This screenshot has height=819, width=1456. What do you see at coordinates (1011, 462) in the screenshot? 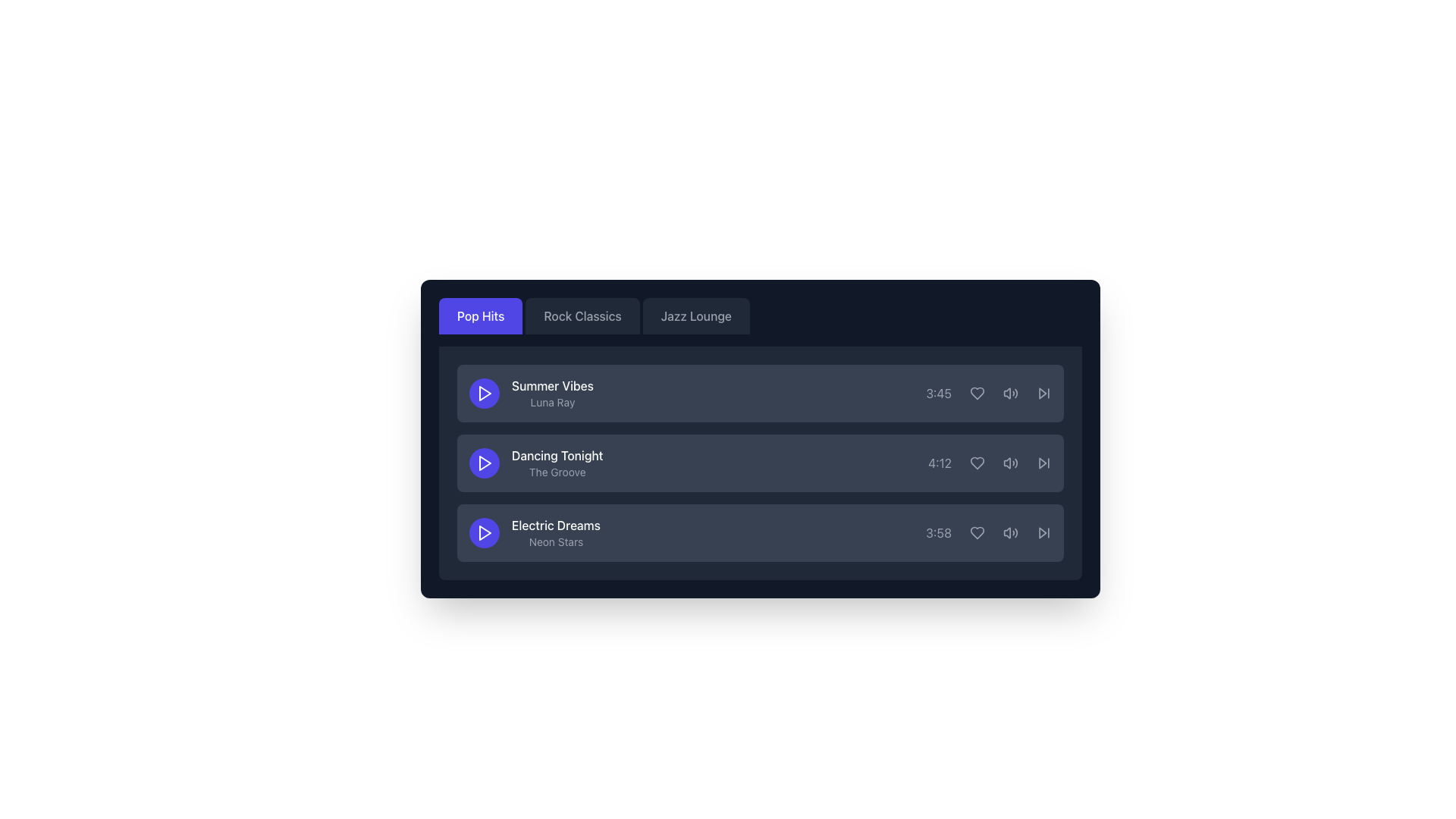
I see `the volume control icon located in the horizontal row of song controls, specifically the fourth element` at bounding box center [1011, 462].